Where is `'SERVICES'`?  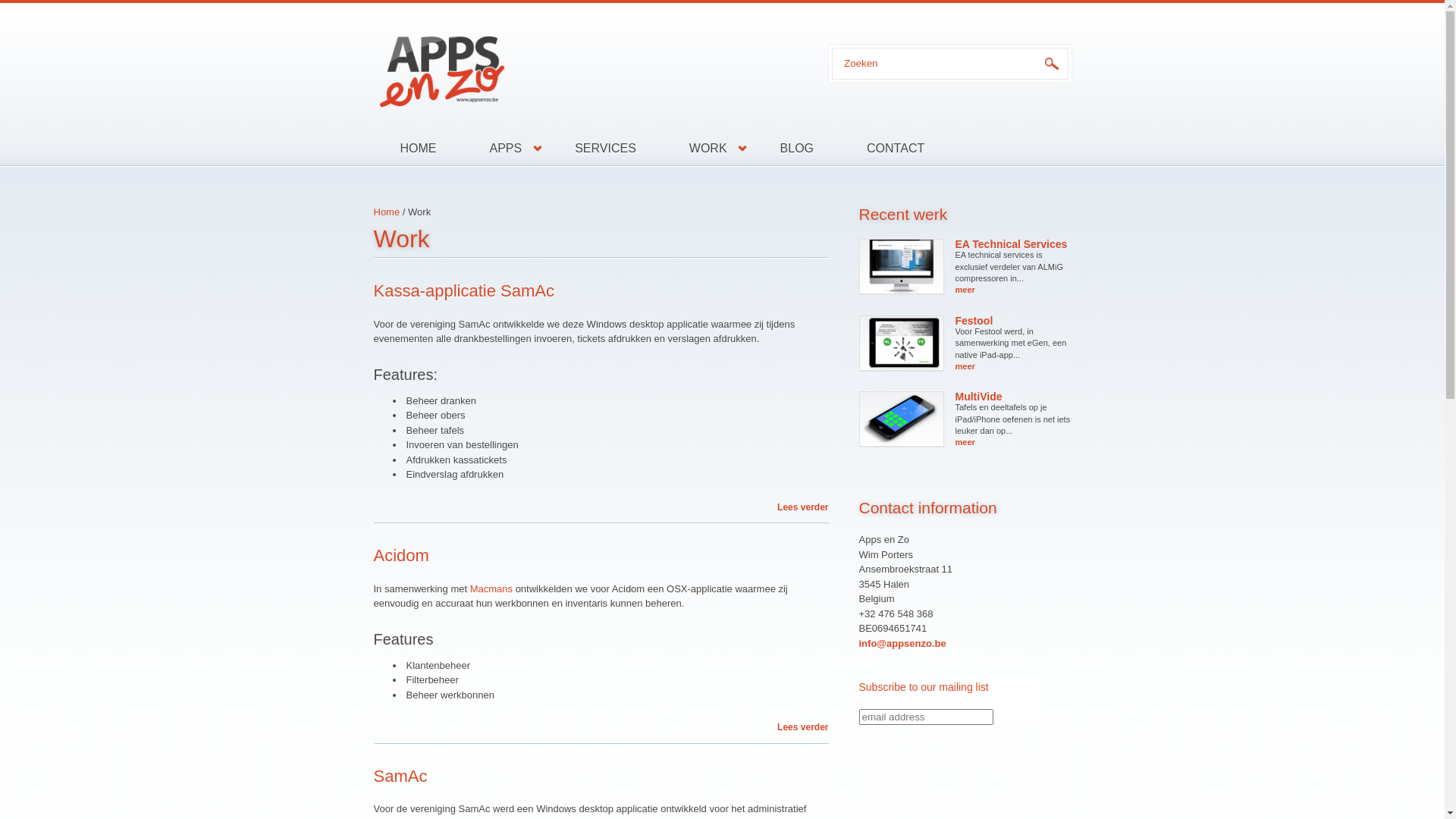 'SERVICES' is located at coordinates (604, 149).